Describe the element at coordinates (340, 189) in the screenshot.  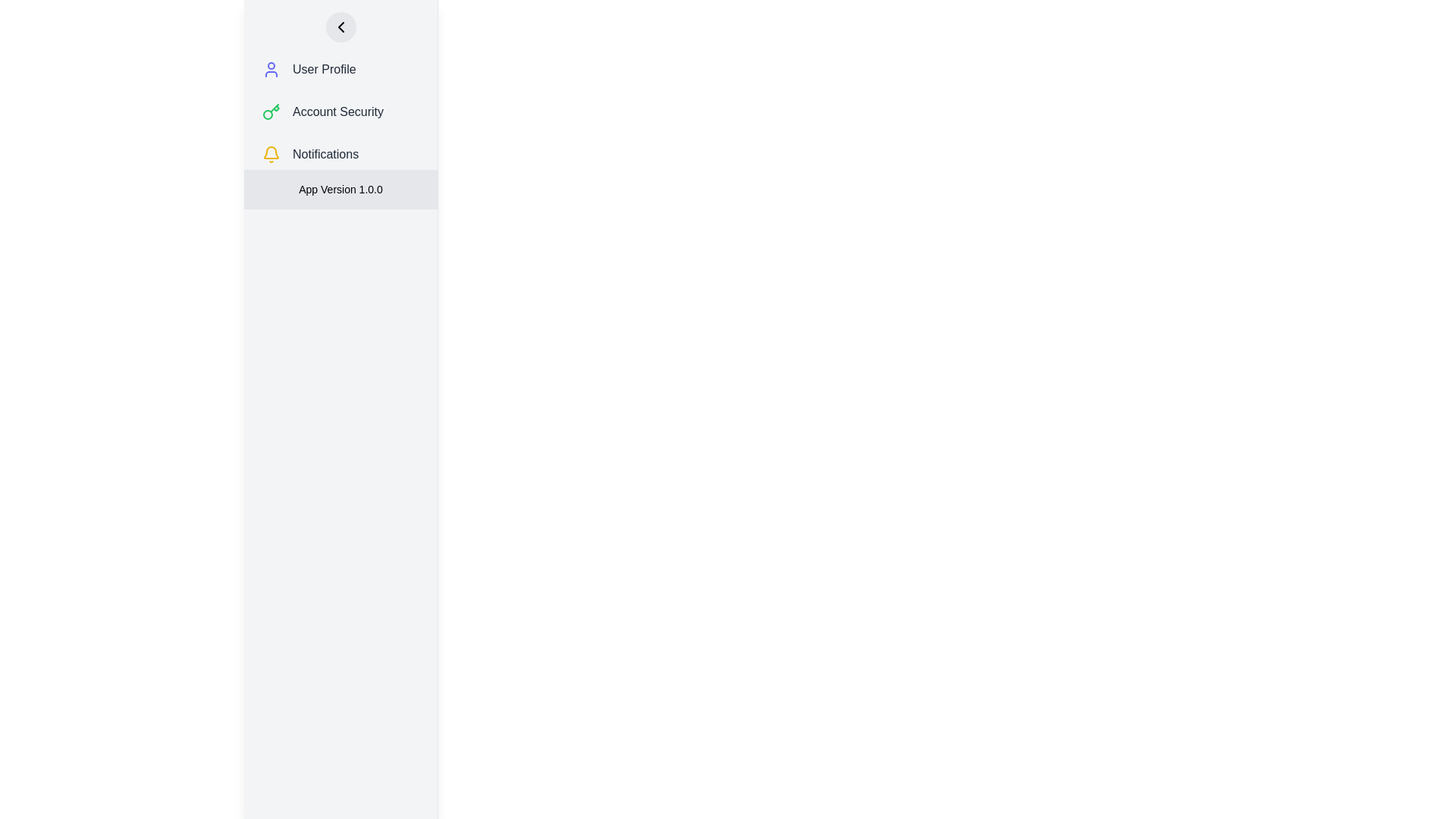
I see `the informational Text Label that displays the application version, located at the bottom of the vertical sidebar under 'Notifications'` at that location.